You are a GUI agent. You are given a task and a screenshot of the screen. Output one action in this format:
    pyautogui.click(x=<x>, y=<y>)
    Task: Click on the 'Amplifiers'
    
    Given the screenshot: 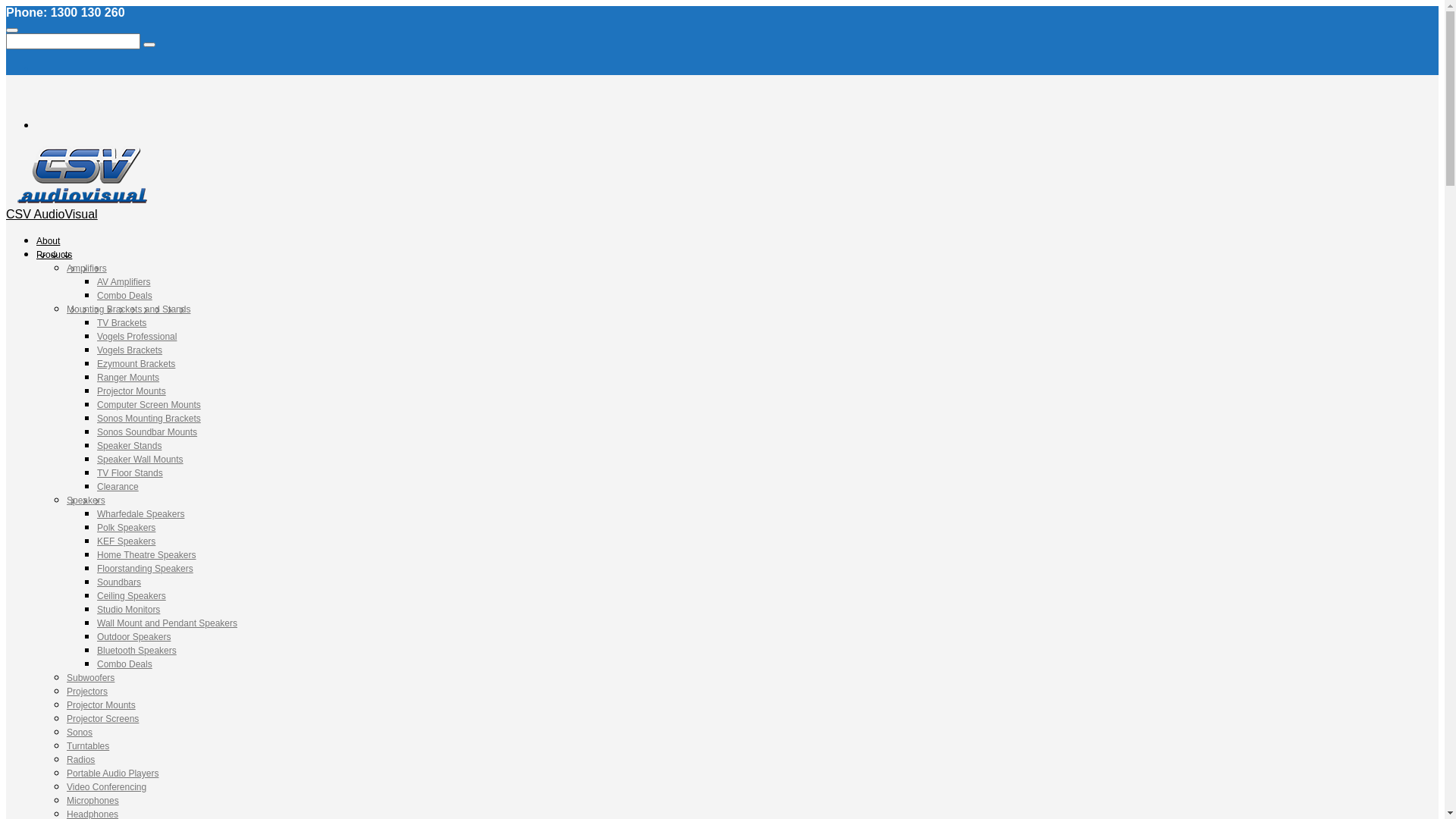 What is the action you would take?
    pyautogui.click(x=86, y=268)
    